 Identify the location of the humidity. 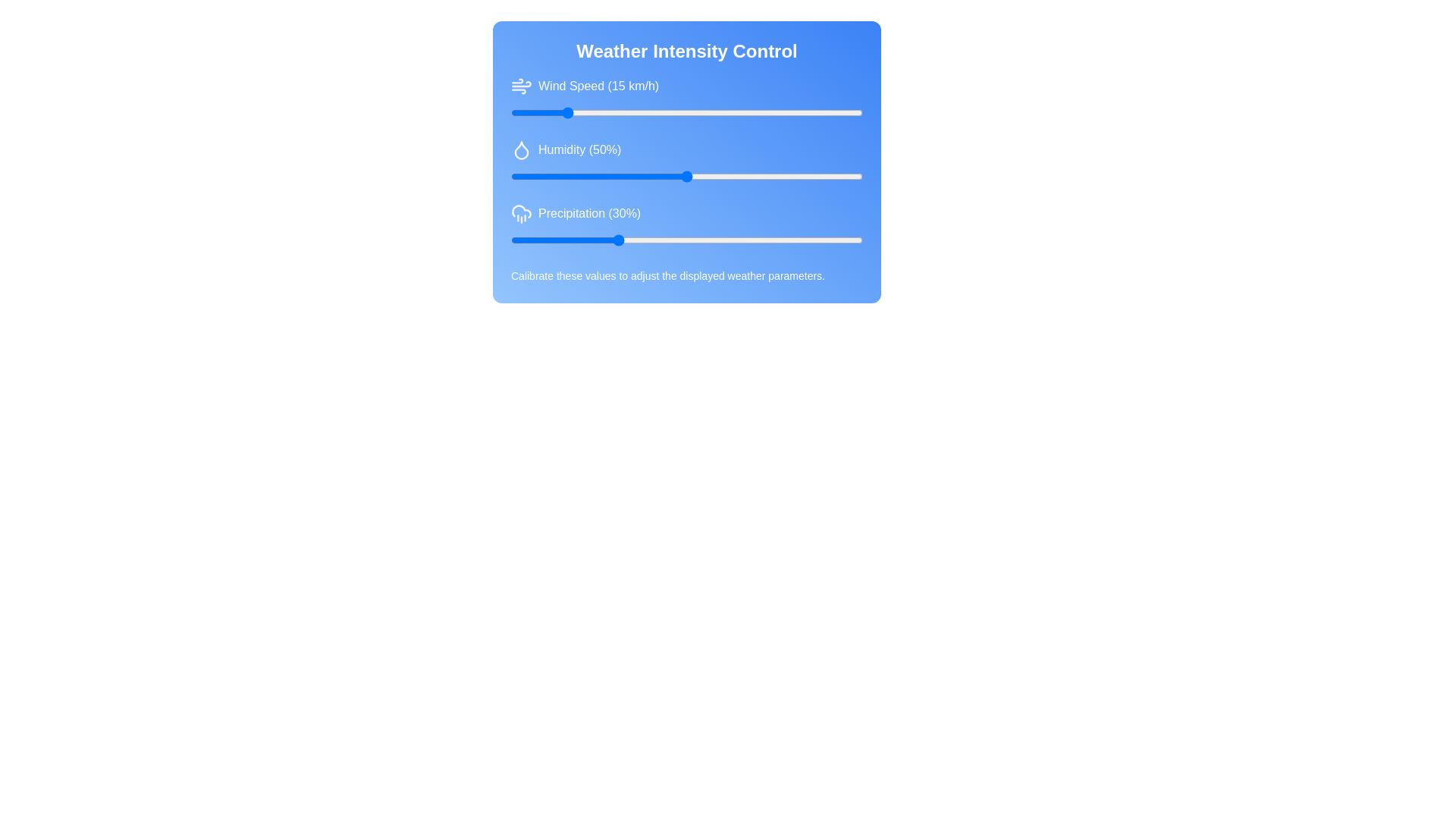
(609, 175).